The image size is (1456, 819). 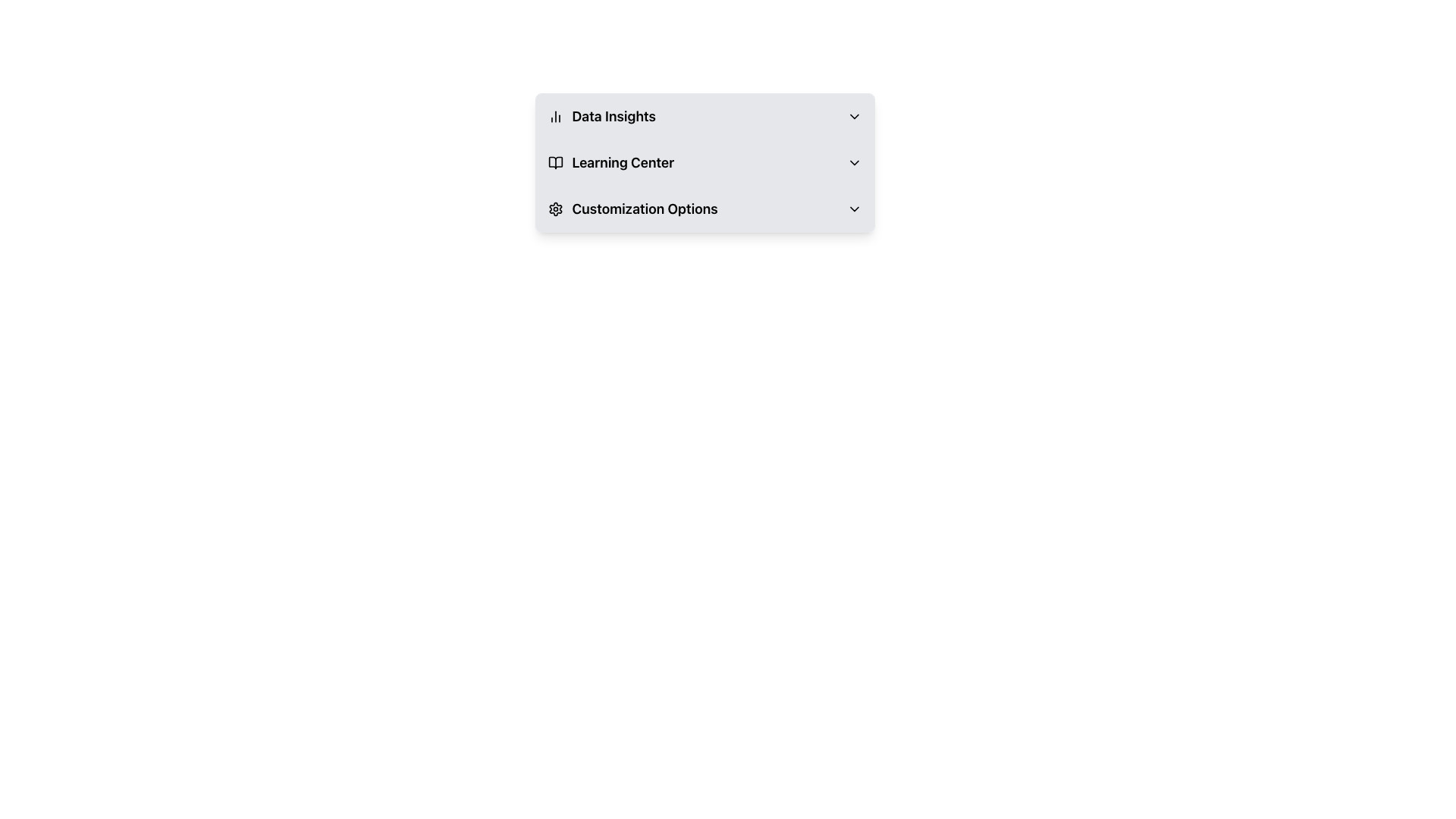 What do you see at coordinates (554, 209) in the screenshot?
I see `the cogwheel-shaped icon associated with settings in the 'Customization Options' section, located below 'Learning Center' and 'Data Insights'` at bounding box center [554, 209].